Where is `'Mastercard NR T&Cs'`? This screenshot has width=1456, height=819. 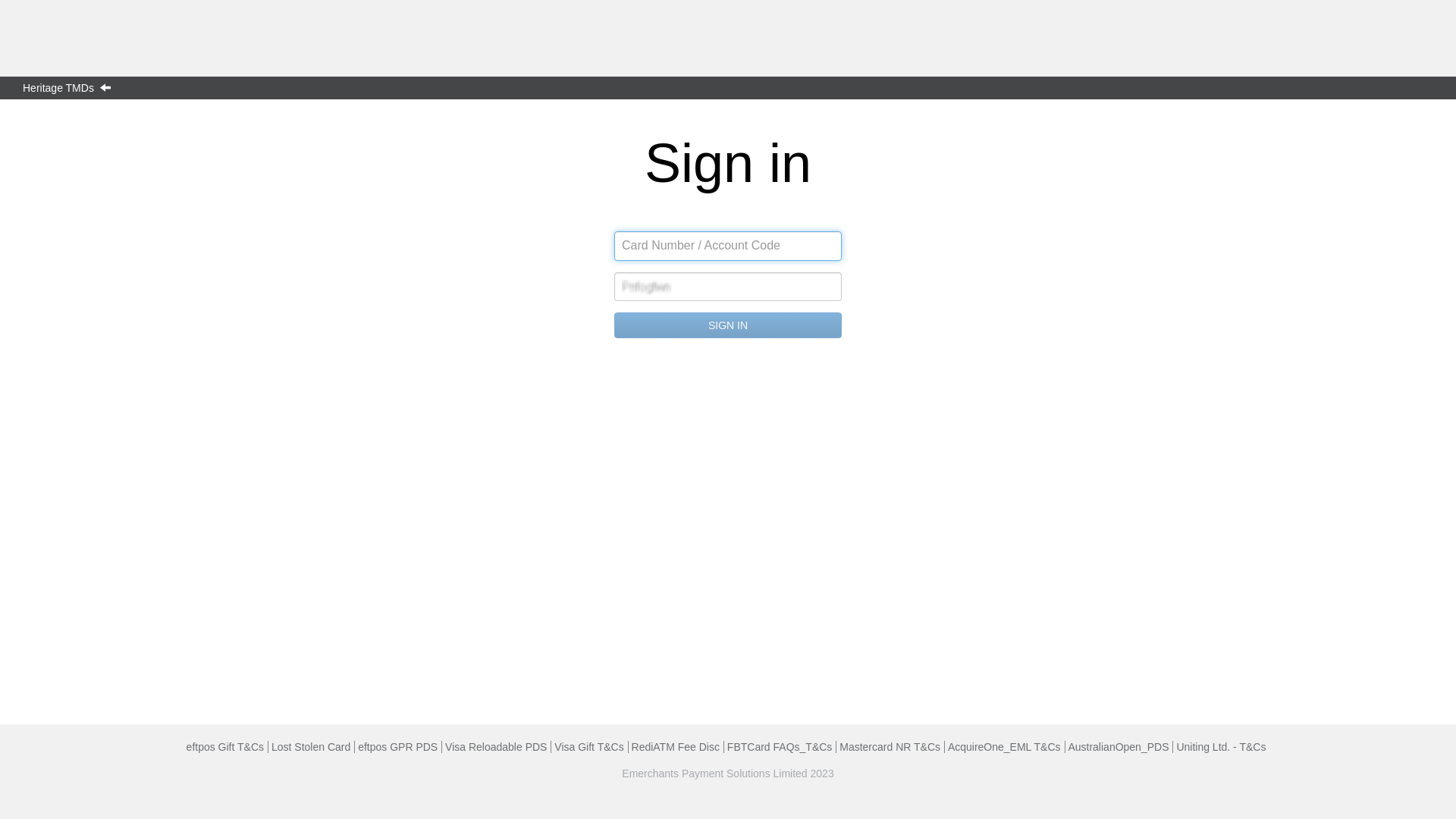 'Mastercard NR T&Cs' is located at coordinates (890, 745).